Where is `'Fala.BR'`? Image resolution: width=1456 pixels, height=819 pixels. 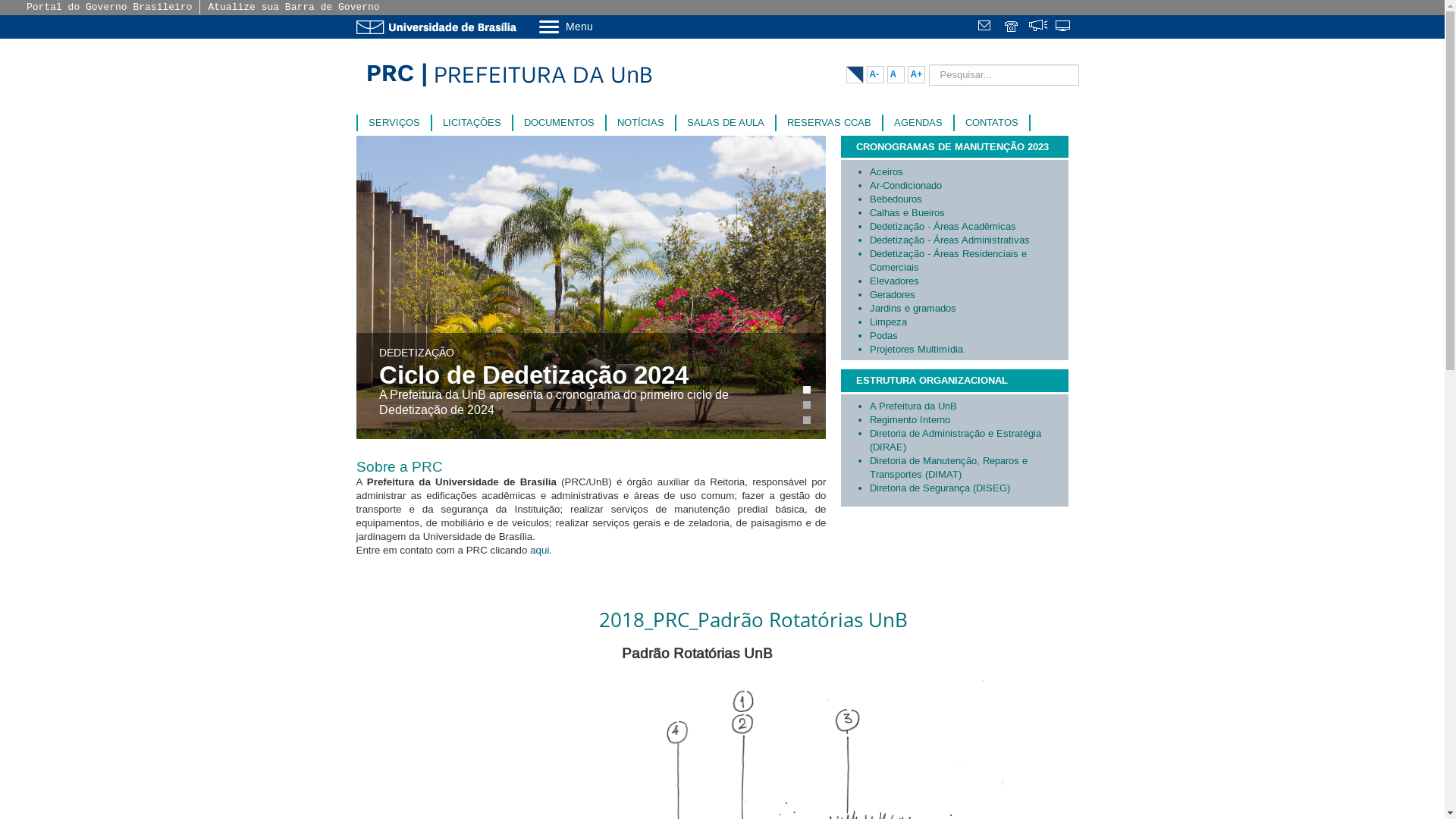 'Fala.BR' is located at coordinates (1037, 27).